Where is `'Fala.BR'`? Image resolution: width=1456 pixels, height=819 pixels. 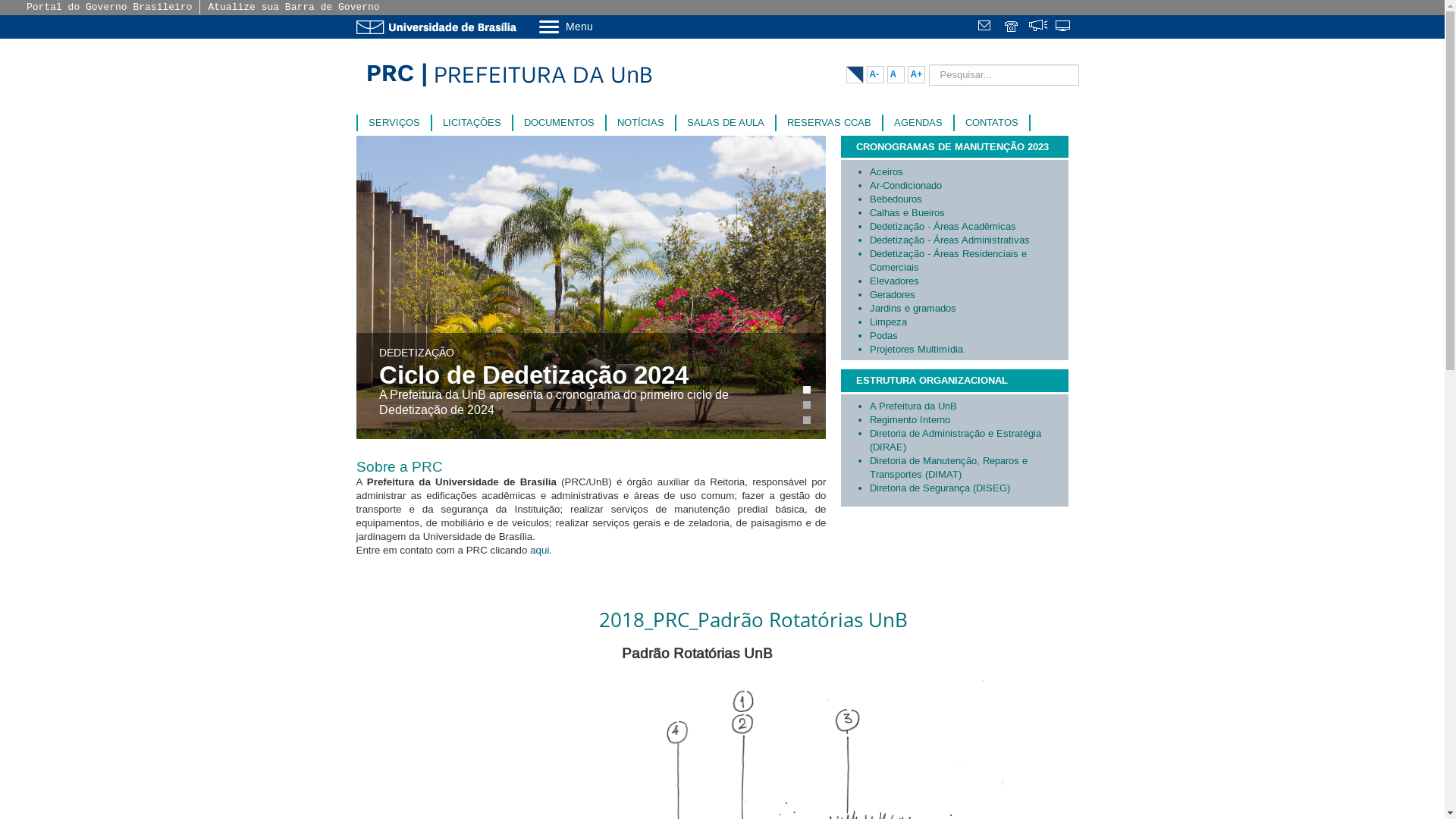 'Fala.BR' is located at coordinates (1037, 27).